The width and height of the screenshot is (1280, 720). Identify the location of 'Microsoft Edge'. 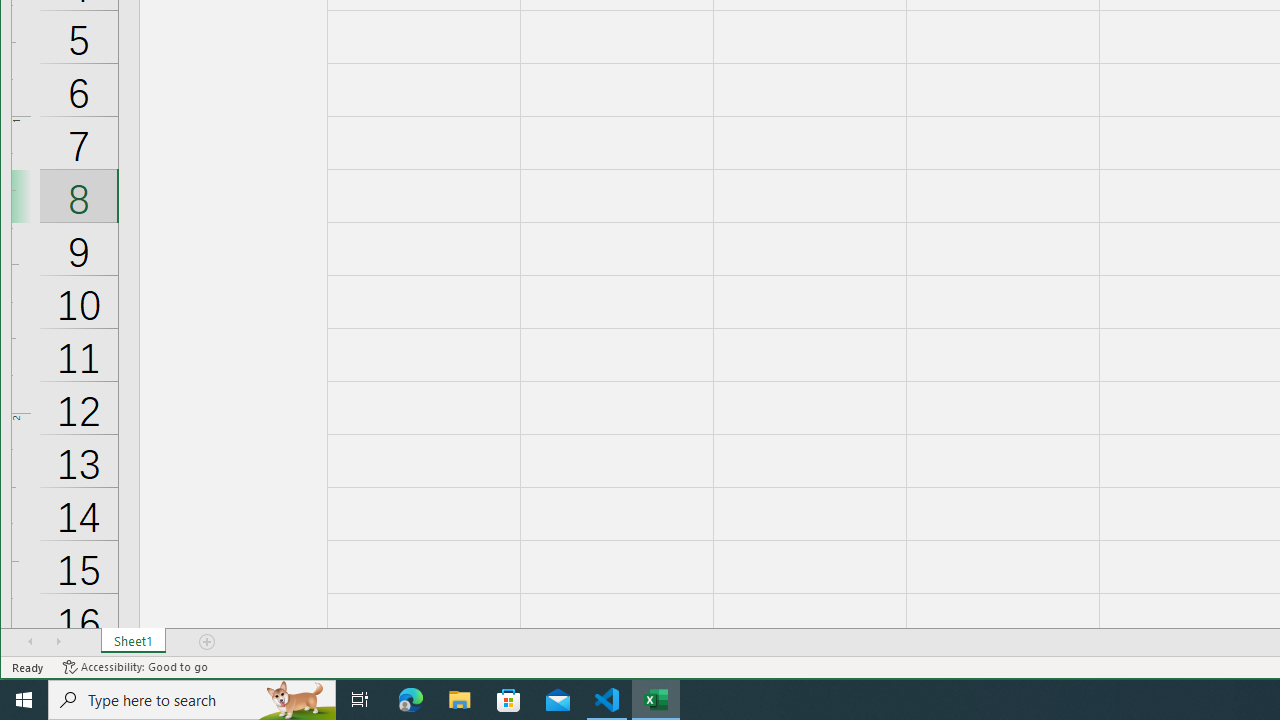
(410, 698).